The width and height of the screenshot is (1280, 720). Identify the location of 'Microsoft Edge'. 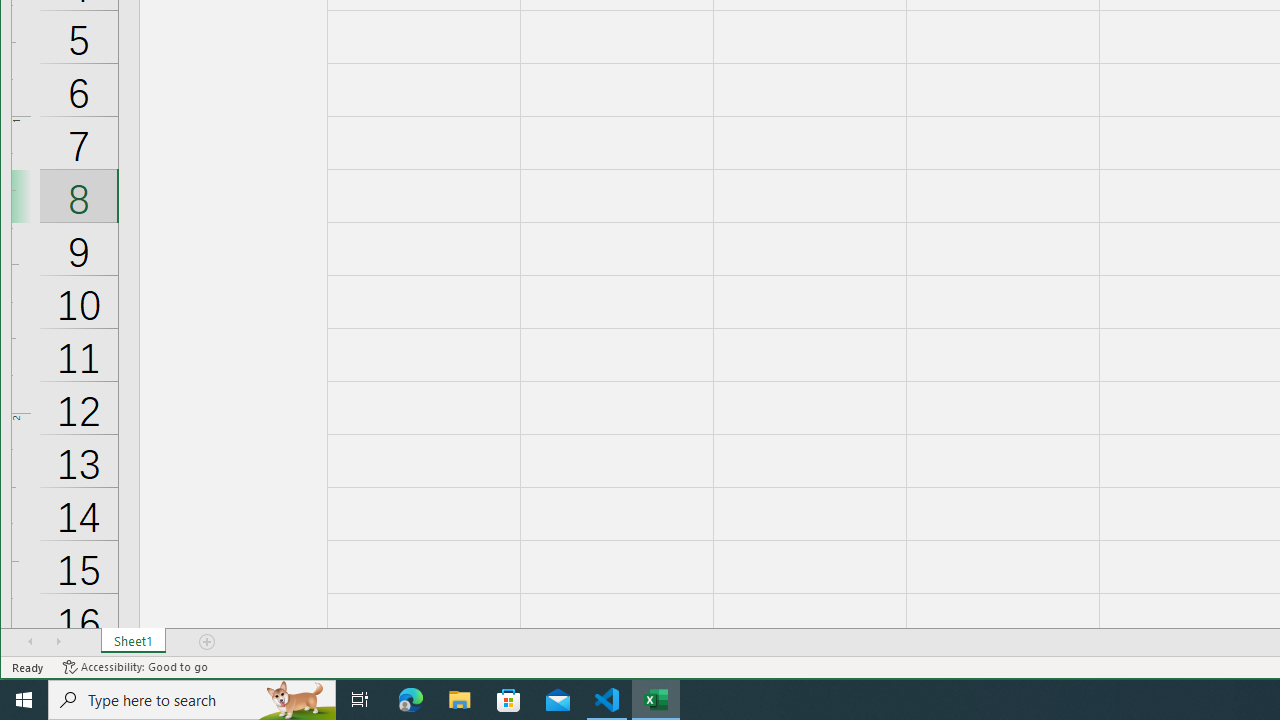
(410, 698).